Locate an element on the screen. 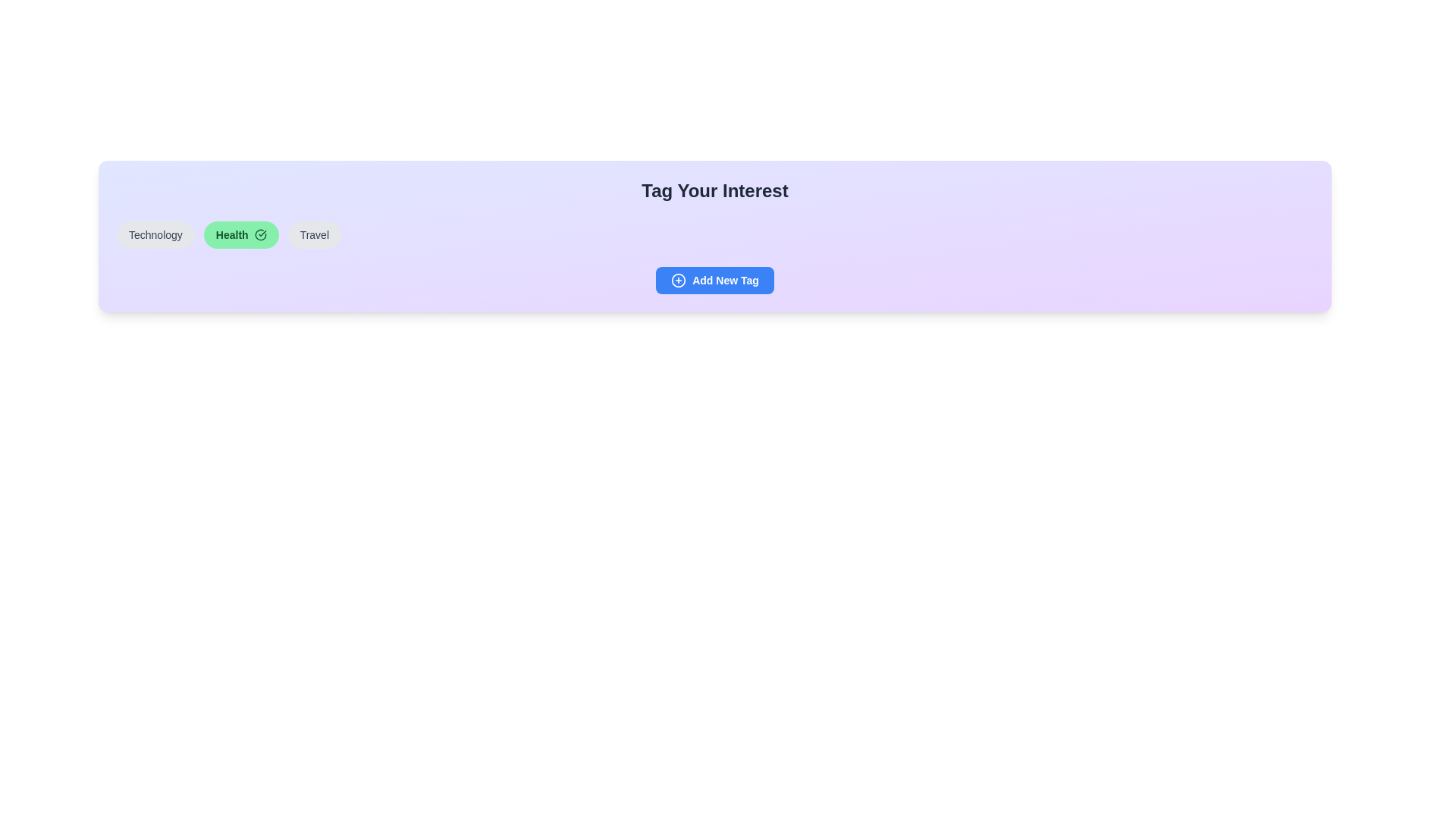 This screenshot has height=819, width=1456. the button labeled 'Add New Tag' with a blue background and a '+' icon is located at coordinates (724, 281).